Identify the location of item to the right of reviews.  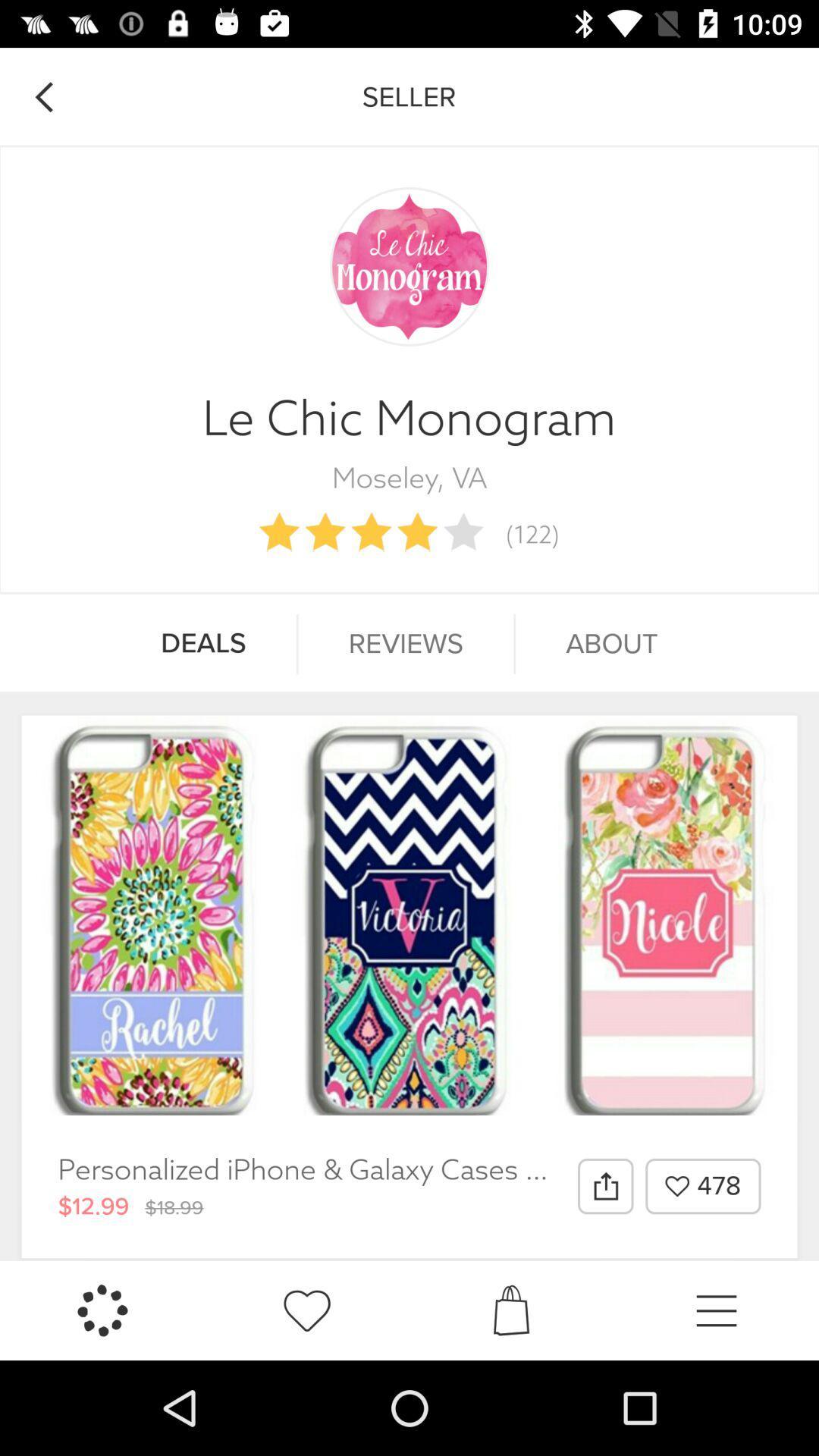
(610, 644).